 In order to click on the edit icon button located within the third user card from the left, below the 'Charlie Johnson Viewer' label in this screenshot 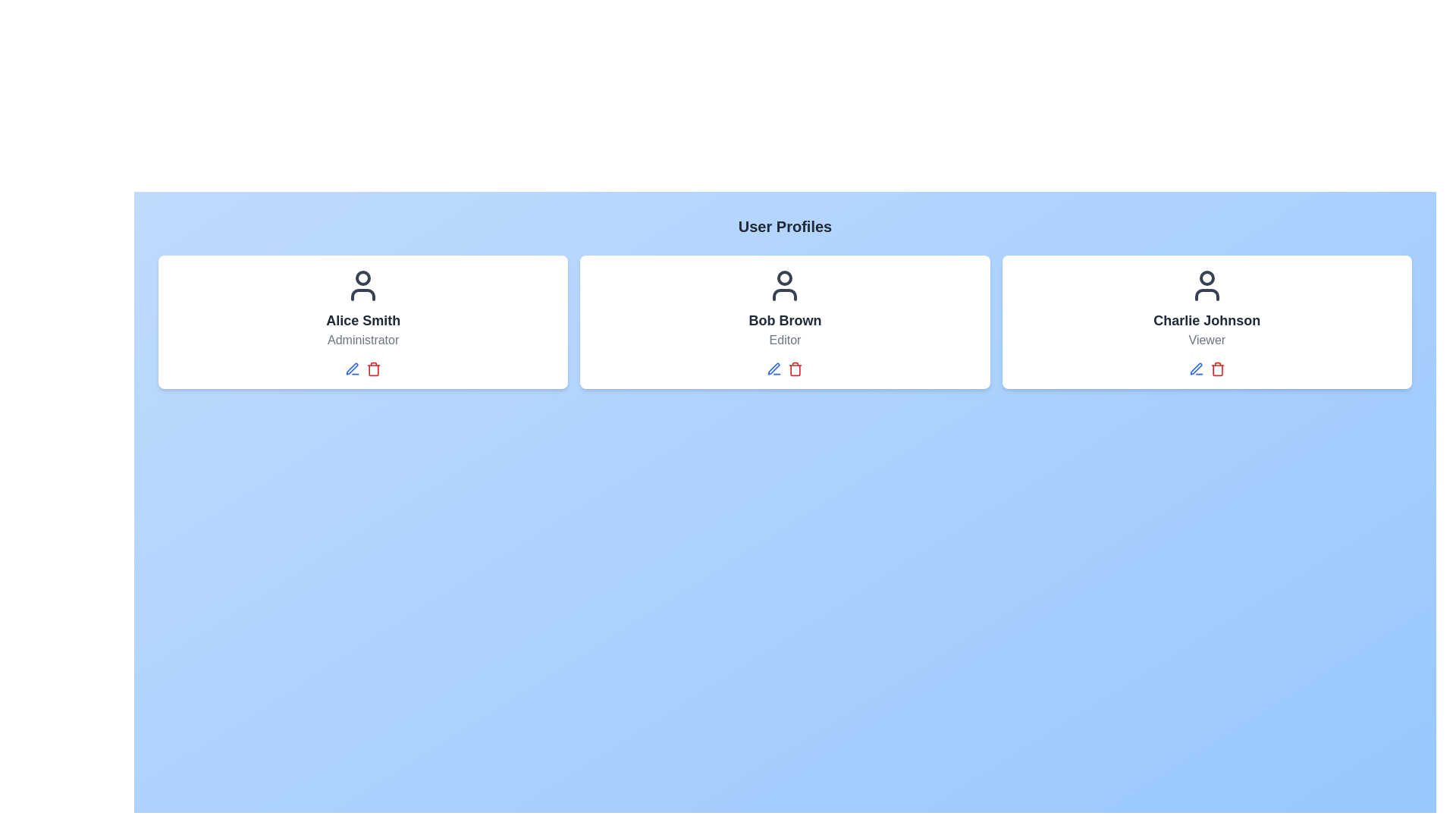, I will do `click(1195, 369)`.